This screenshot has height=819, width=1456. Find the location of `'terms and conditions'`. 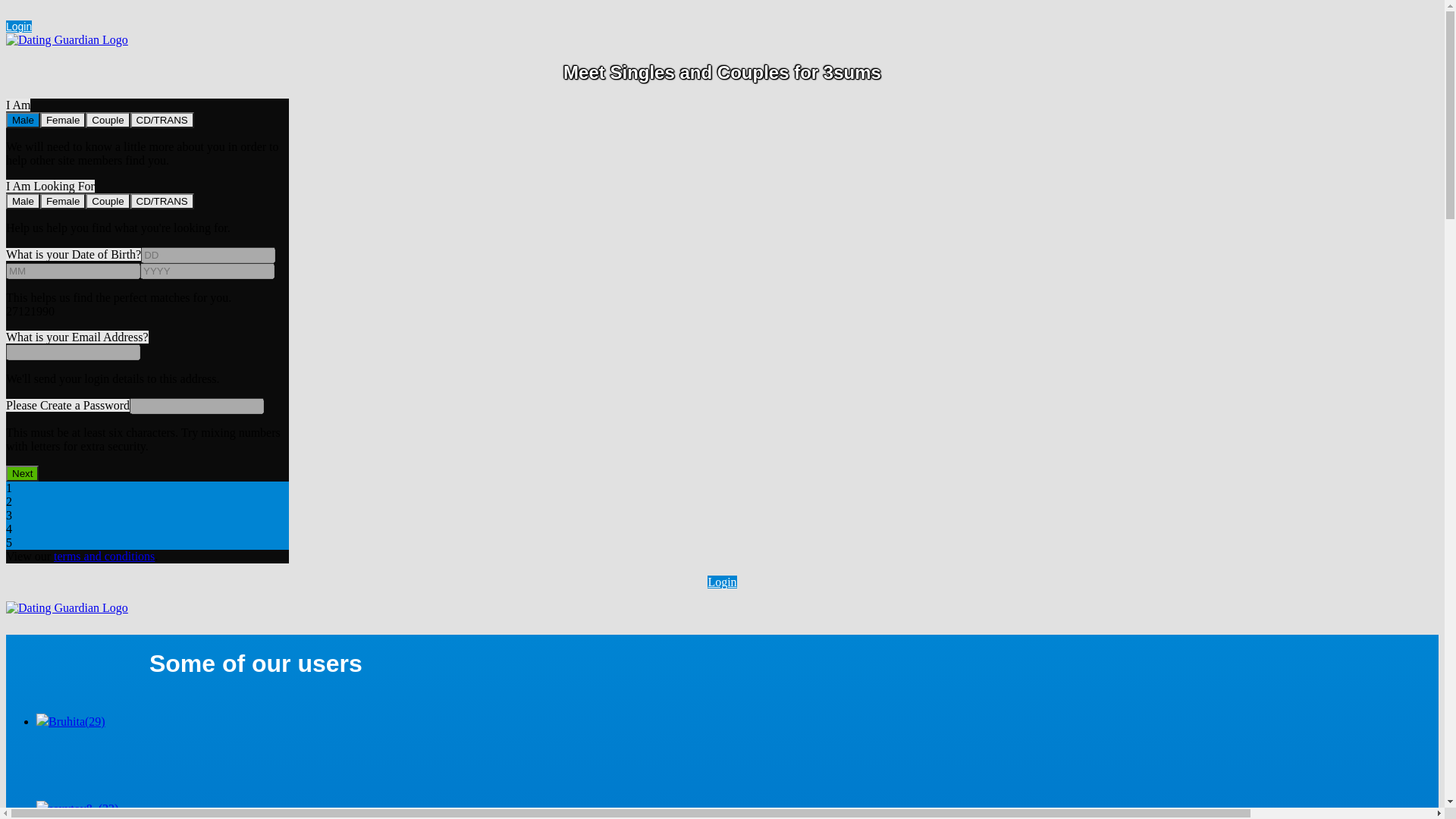

'terms and conditions' is located at coordinates (103, 556).